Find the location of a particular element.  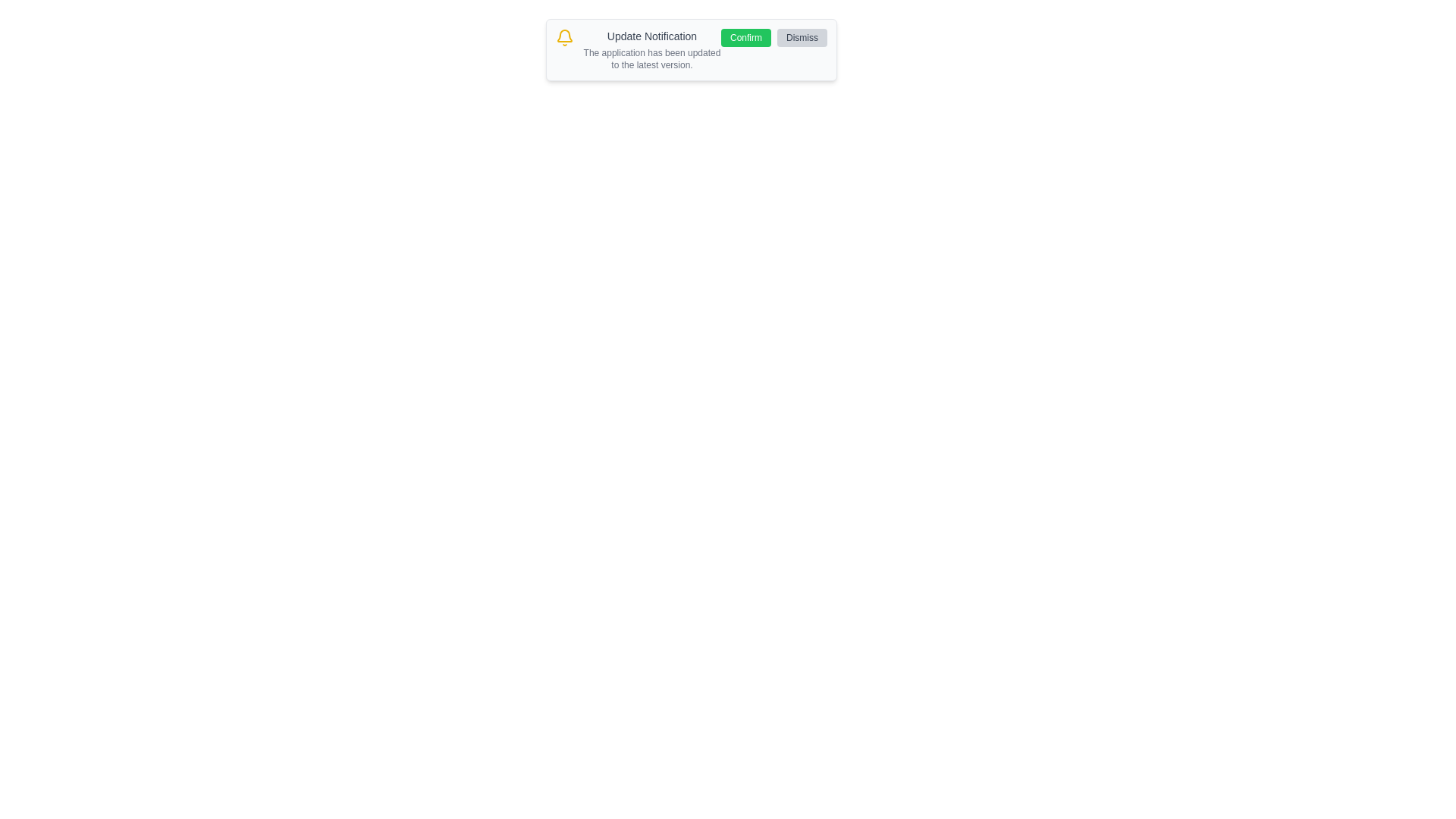

the bell icon with a yellow outline located in the top-left corner of the notification dialog is located at coordinates (563, 35).